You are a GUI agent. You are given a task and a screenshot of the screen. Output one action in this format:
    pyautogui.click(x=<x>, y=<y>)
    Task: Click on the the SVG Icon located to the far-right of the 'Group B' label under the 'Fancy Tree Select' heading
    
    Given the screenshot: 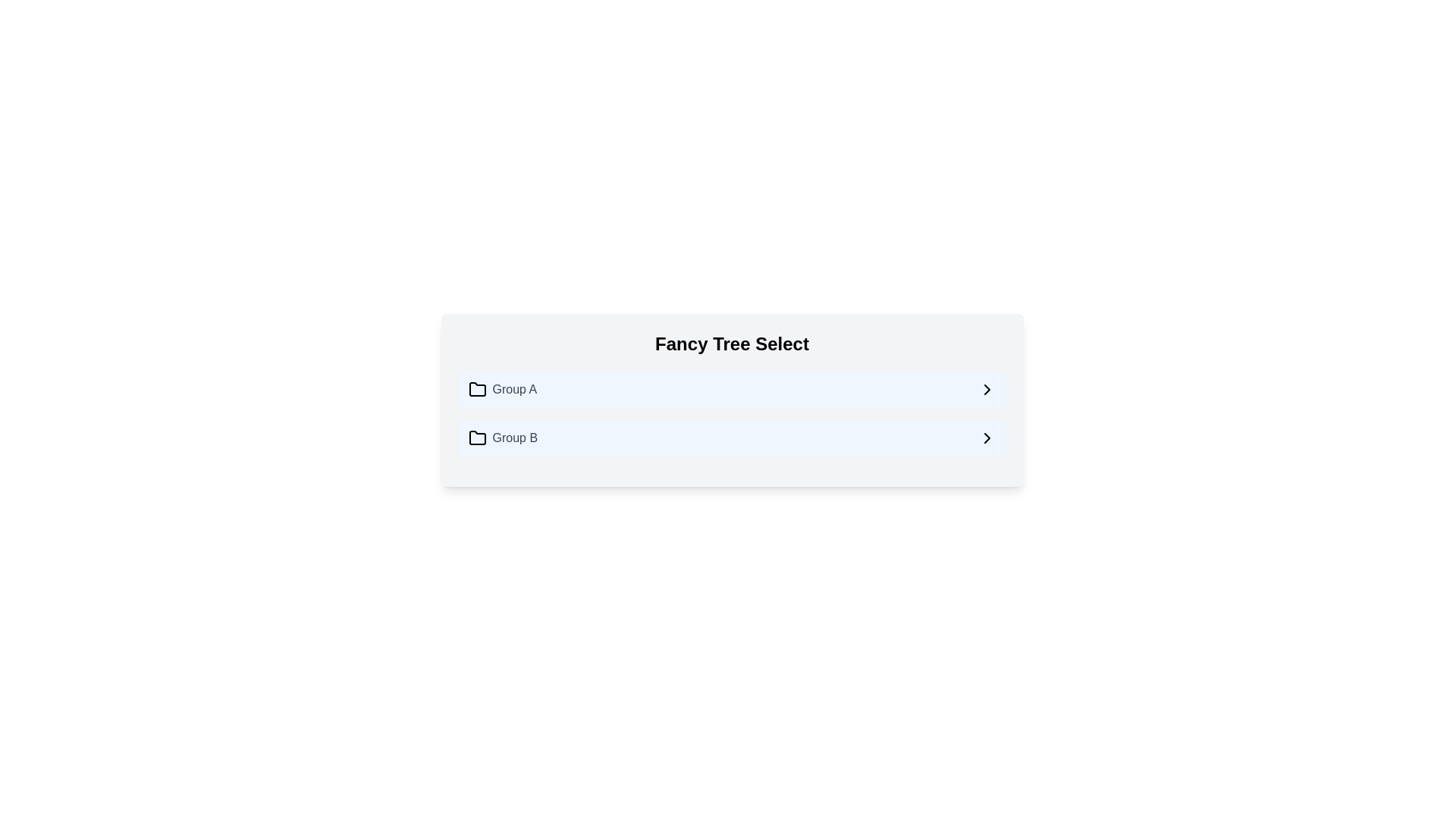 What is the action you would take?
    pyautogui.click(x=987, y=438)
    